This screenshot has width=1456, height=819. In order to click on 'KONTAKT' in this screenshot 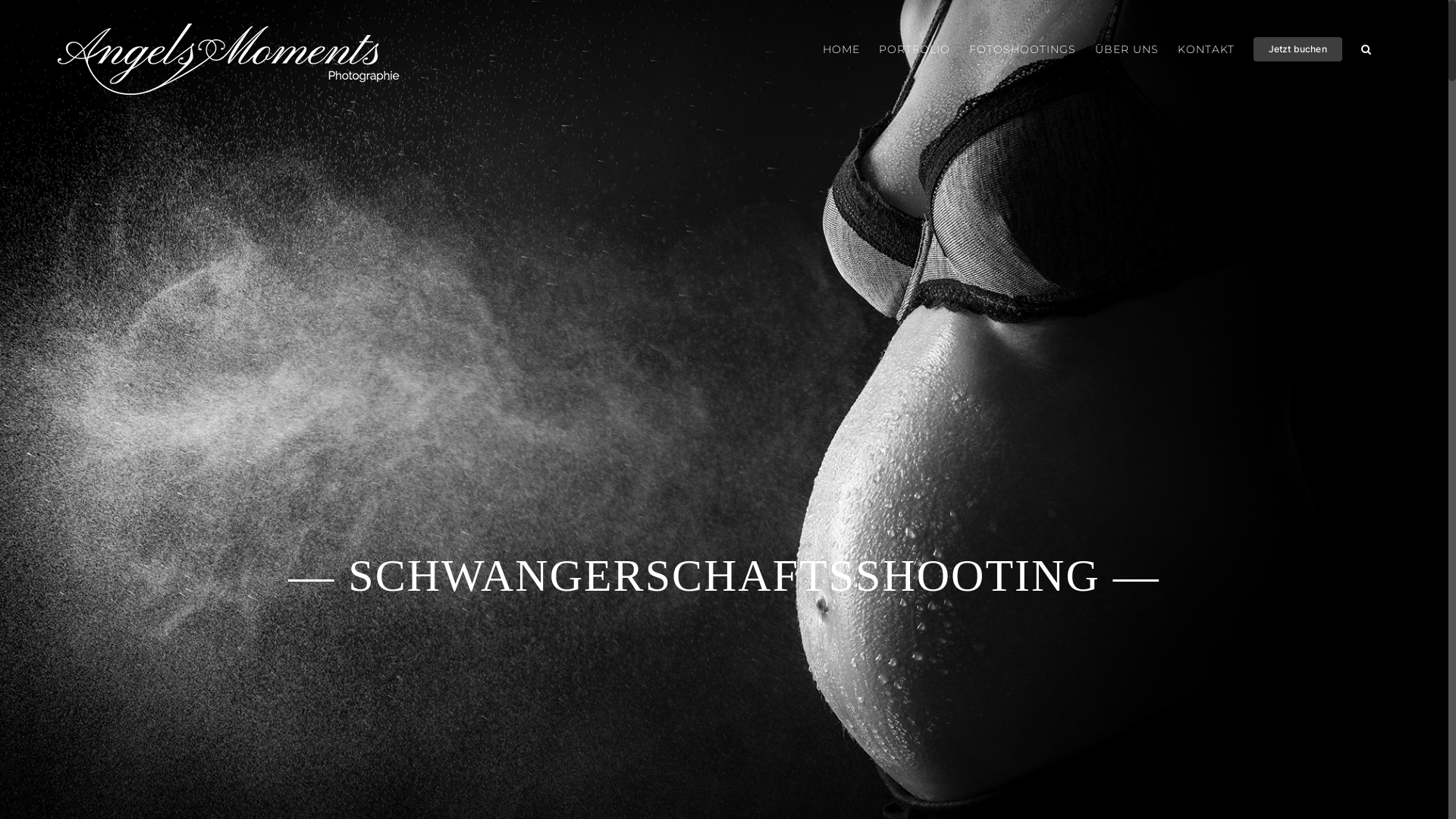, I will do `click(1177, 49)`.